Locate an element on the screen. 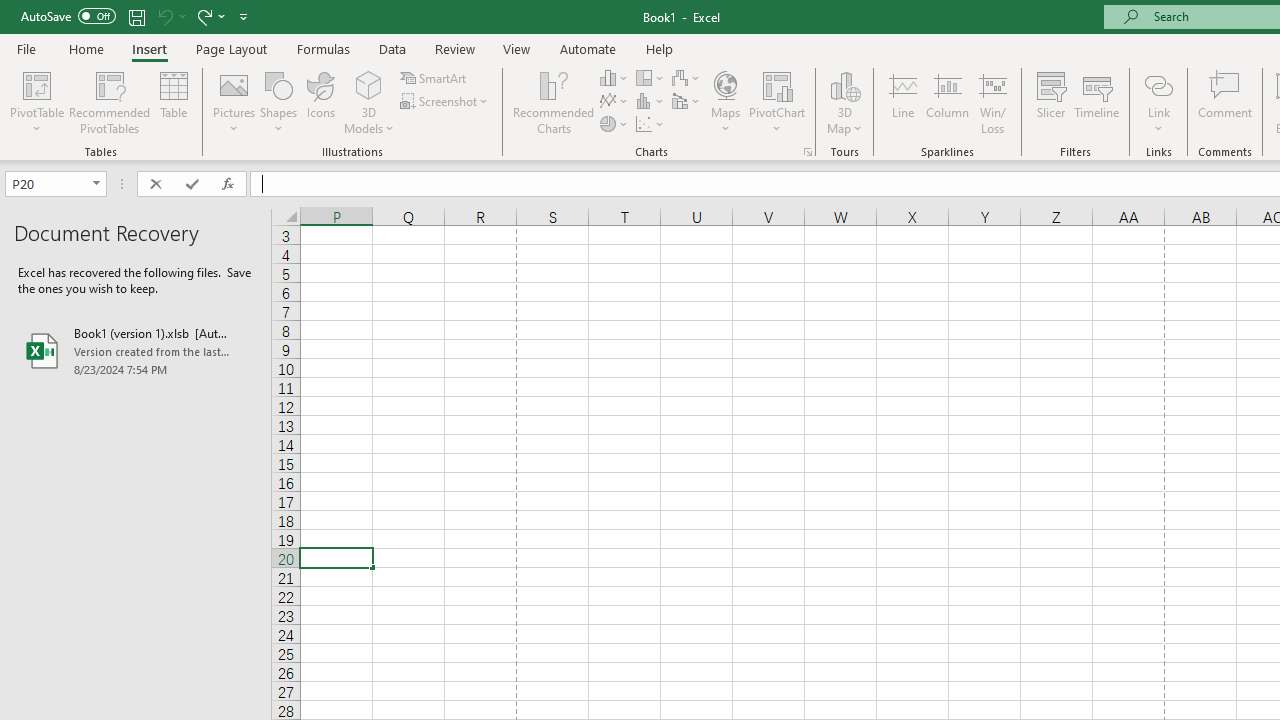 The height and width of the screenshot is (720, 1280). 'Win/Loss' is located at coordinates (992, 103).